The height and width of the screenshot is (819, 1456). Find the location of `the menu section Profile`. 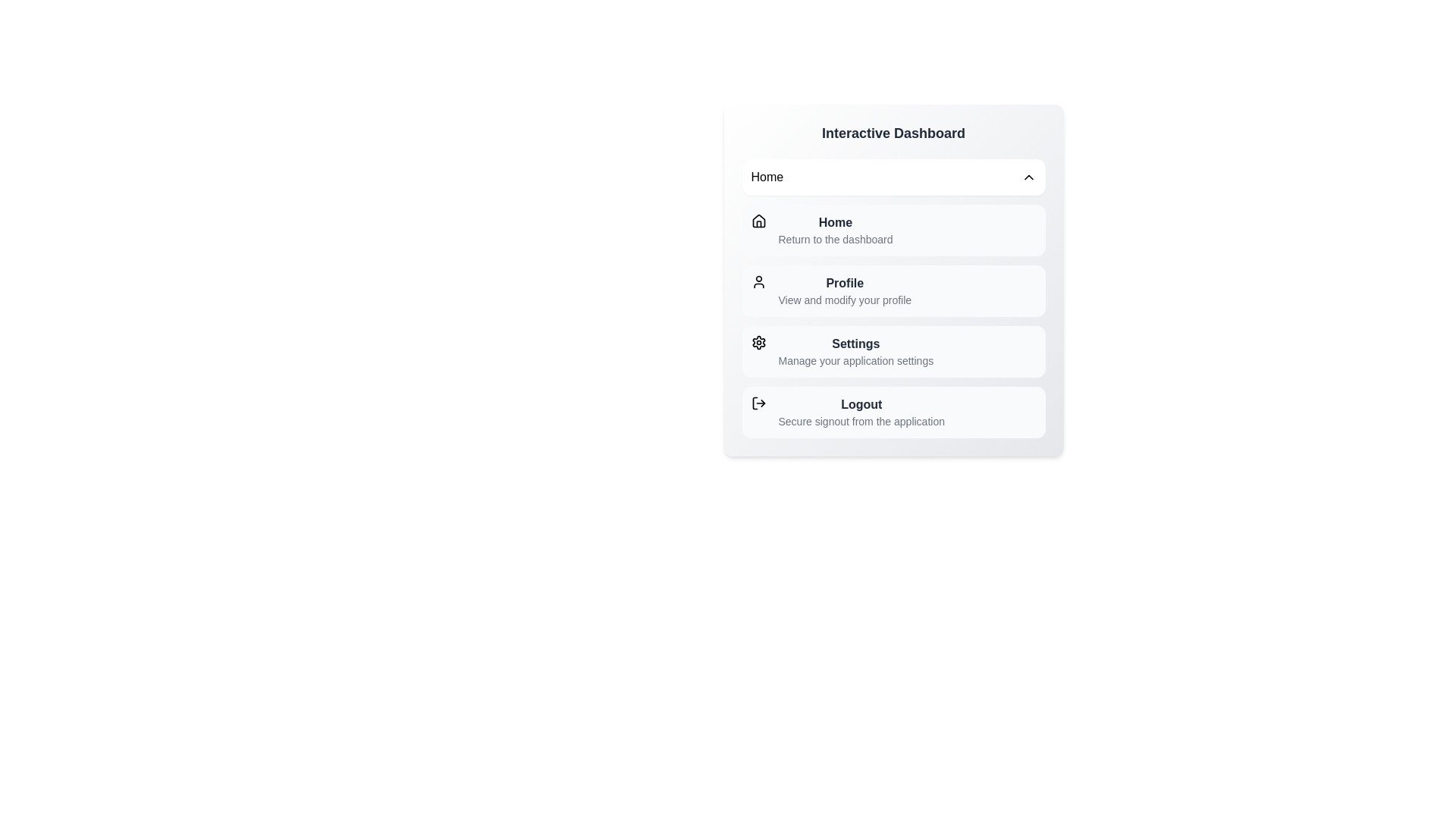

the menu section Profile is located at coordinates (893, 291).